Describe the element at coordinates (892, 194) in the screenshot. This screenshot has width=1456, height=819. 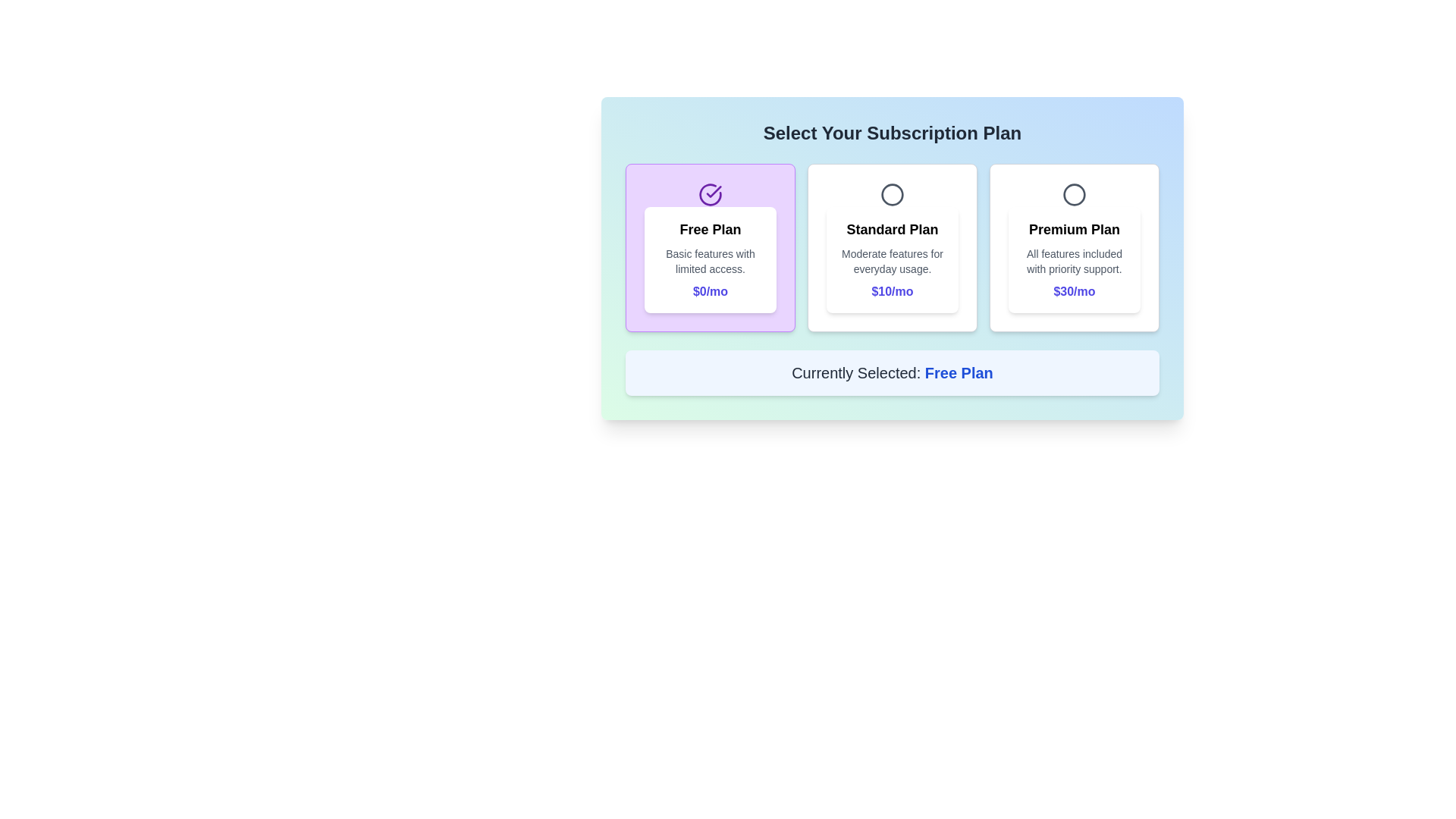
I see `the circular selection indicator located in the top right corner of the 'Standard Plan' card, which is currently inactive and not selected` at that location.